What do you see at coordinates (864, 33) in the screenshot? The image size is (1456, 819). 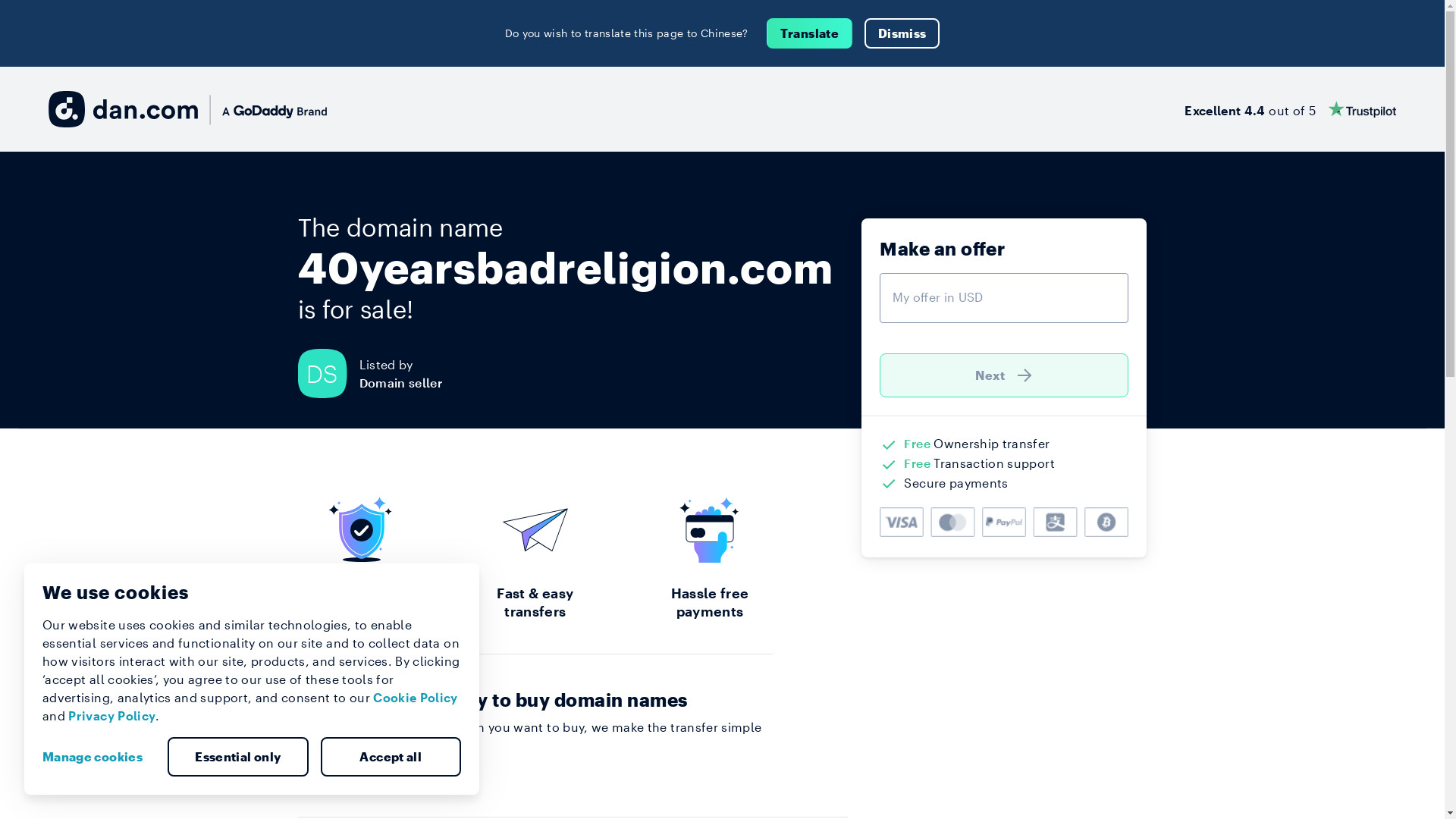 I see `'Dismiss'` at bounding box center [864, 33].